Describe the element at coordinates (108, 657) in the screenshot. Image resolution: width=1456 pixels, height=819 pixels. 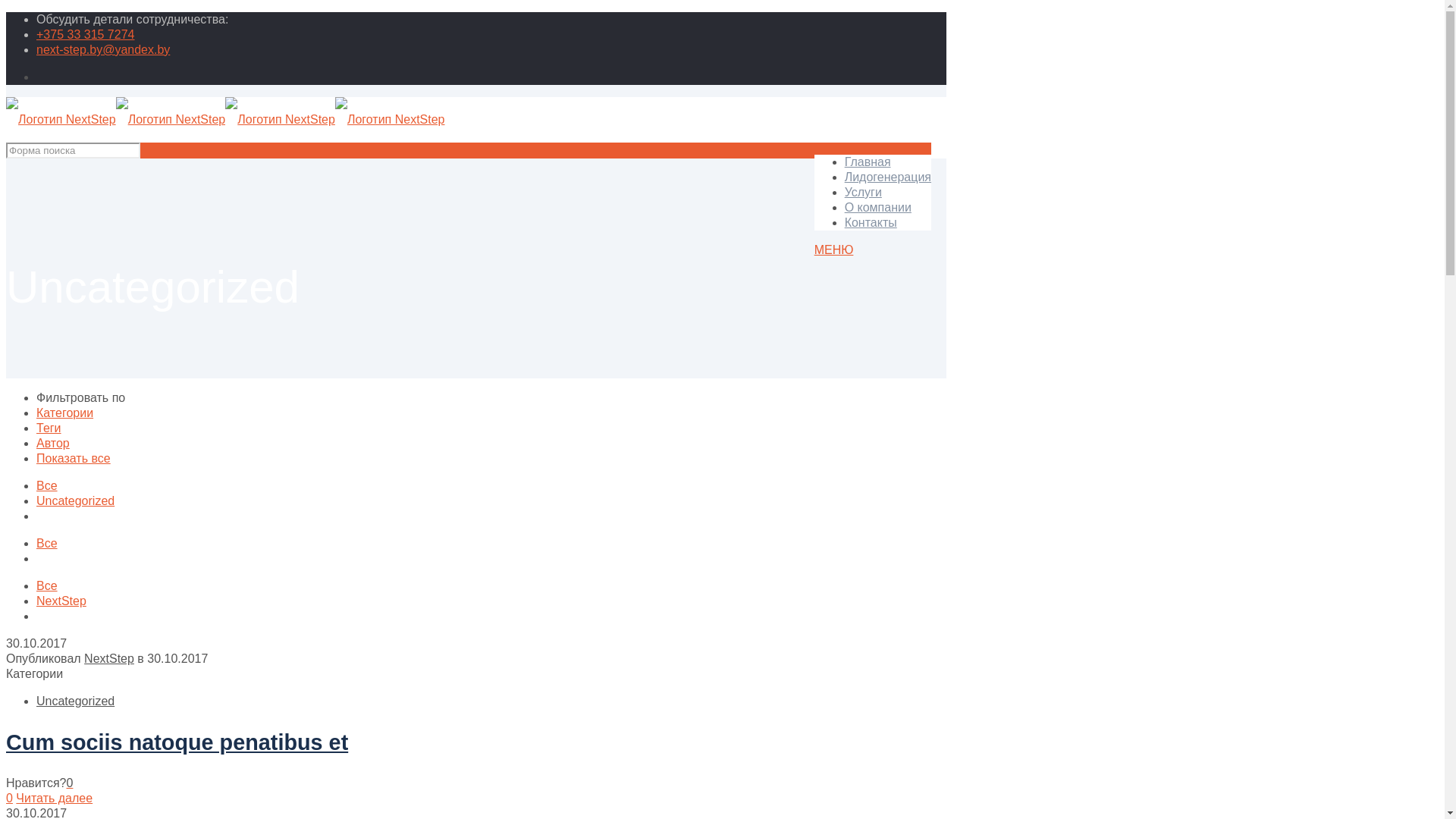
I see `'NextStep'` at that location.